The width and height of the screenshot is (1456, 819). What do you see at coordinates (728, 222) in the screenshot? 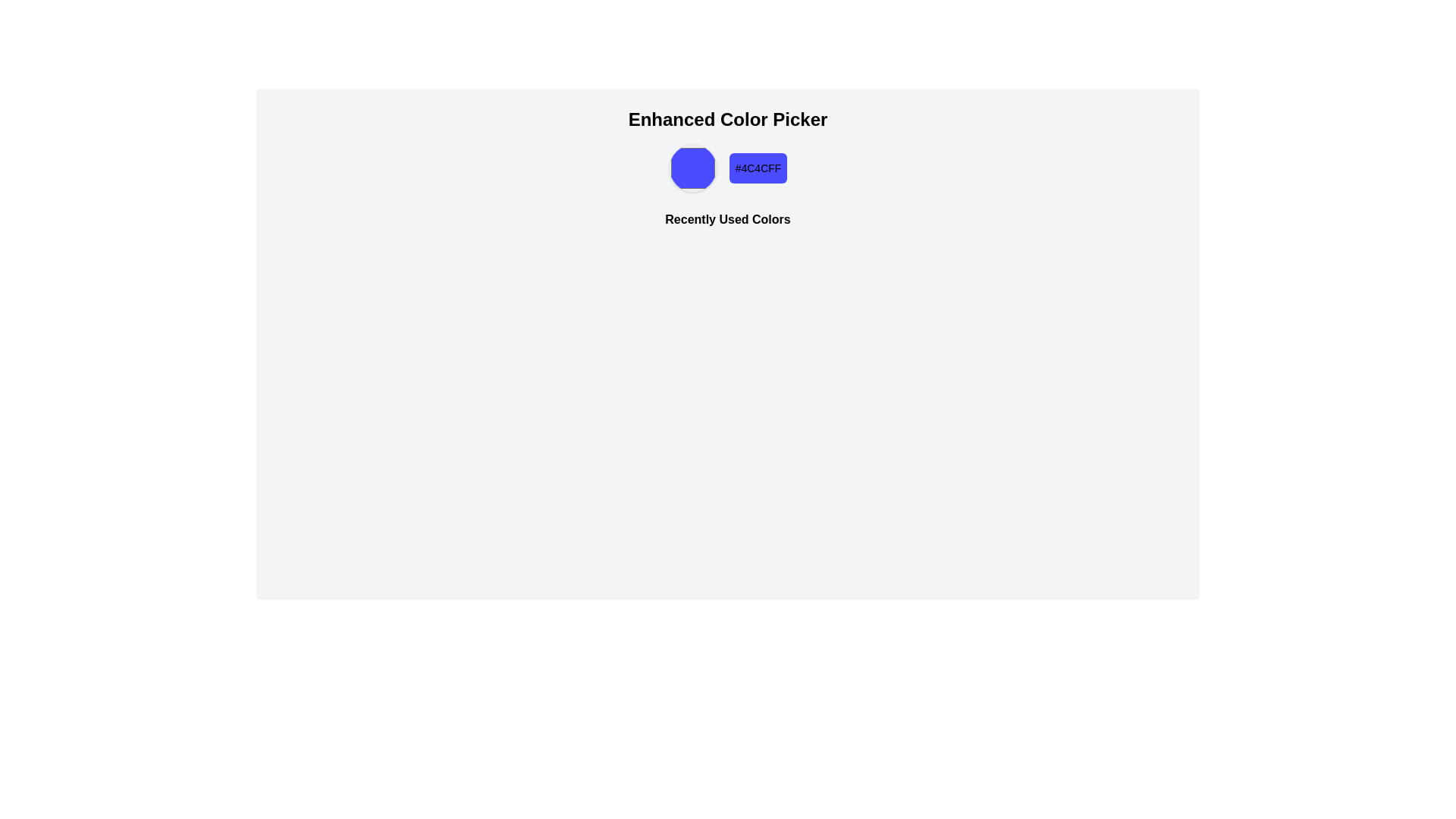
I see `the section heading label that indicates the purpose of the section for recently selected or applied colors, located below the color display and color code field` at bounding box center [728, 222].